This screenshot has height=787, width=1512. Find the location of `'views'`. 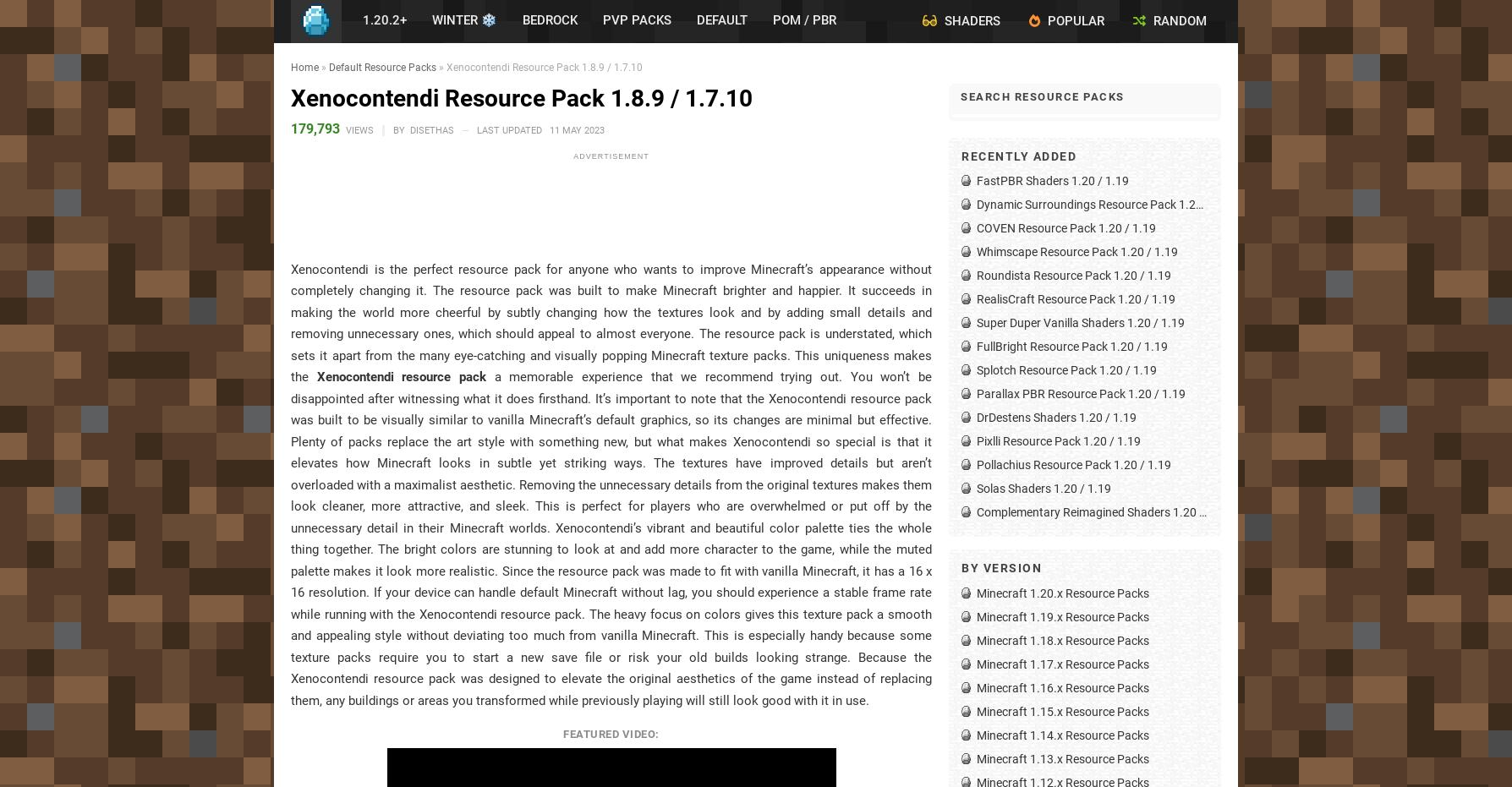

'views' is located at coordinates (359, 128).